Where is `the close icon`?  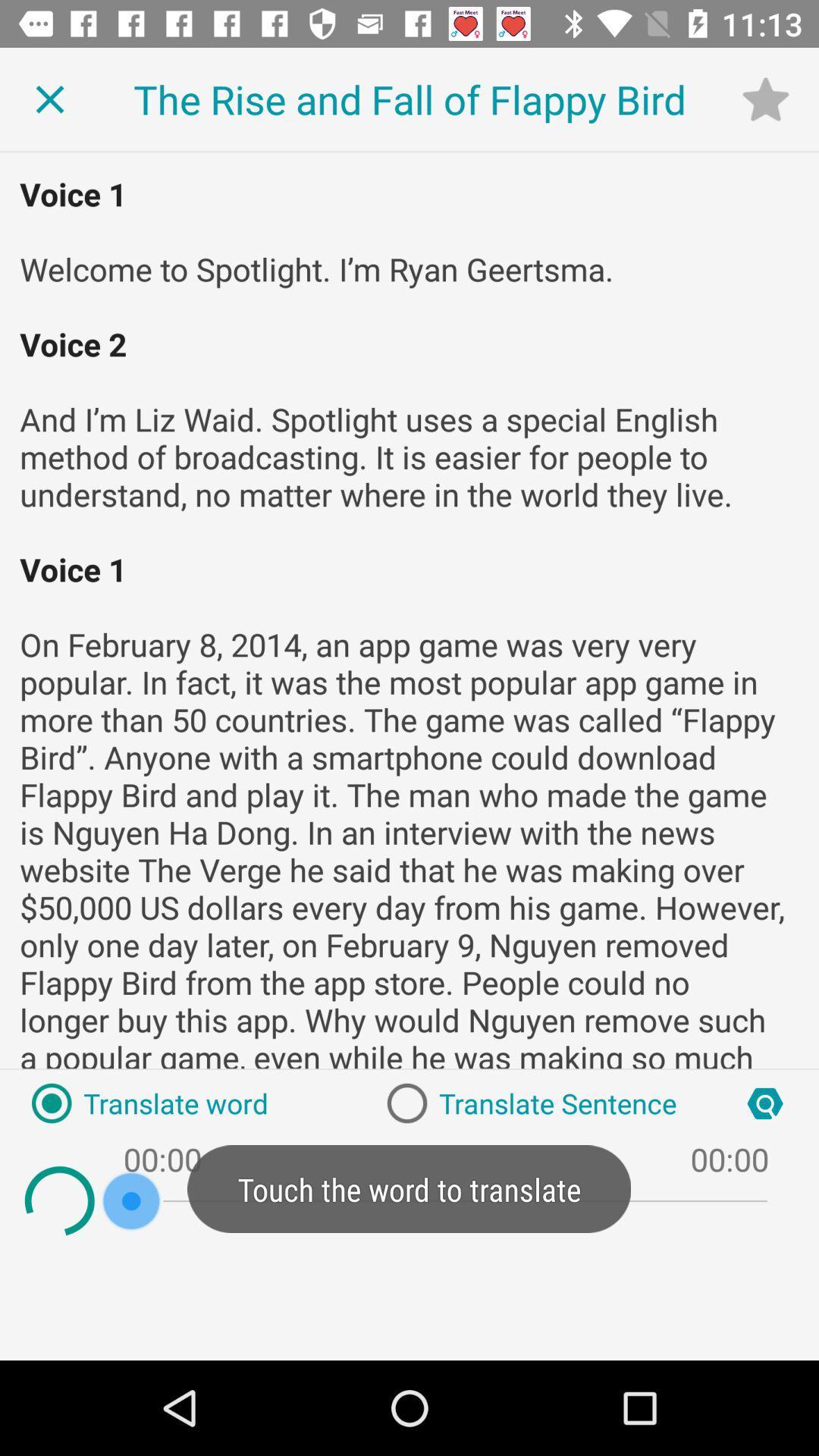 the close icon is located at coordinates (49, 99).